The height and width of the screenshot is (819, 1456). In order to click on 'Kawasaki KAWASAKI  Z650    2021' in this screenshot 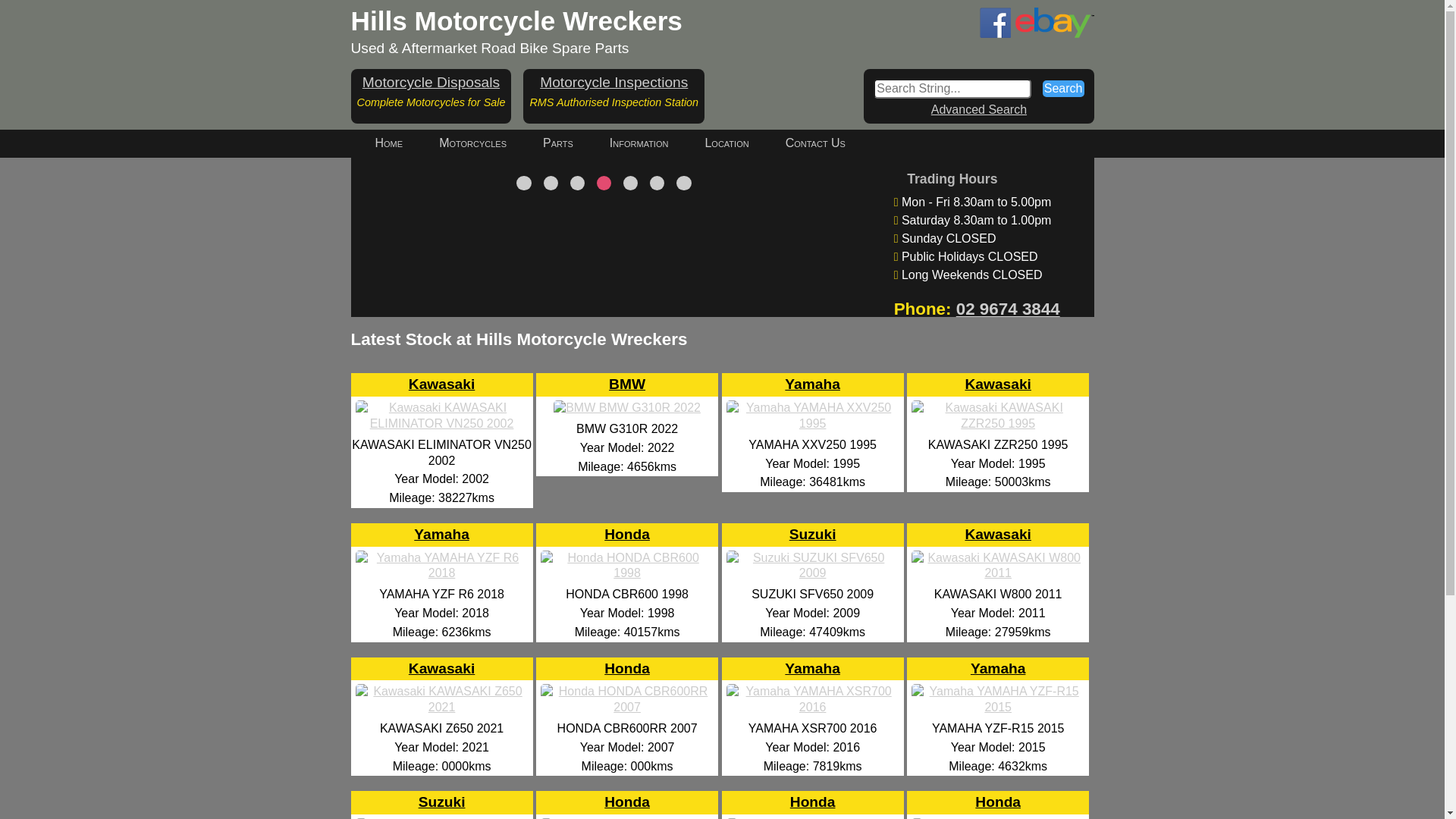, I will do `click(441, 707)`.